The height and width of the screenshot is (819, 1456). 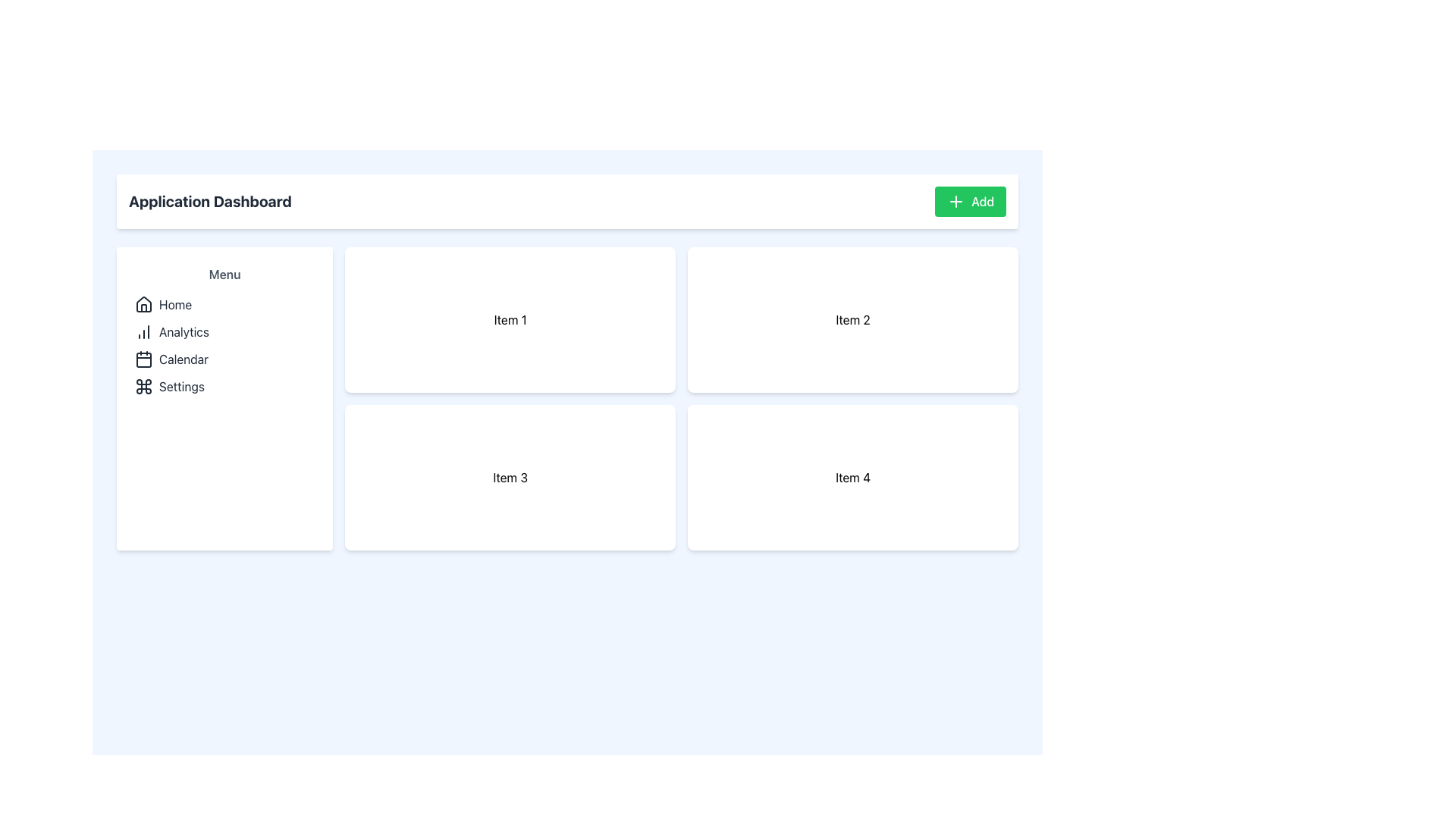 What do you see at coordinates (144, 331) in the screenshot?
I see `the 'Analytics' icon located in the vertical menu on the left side of the interface` at bounding box center [144, 331].